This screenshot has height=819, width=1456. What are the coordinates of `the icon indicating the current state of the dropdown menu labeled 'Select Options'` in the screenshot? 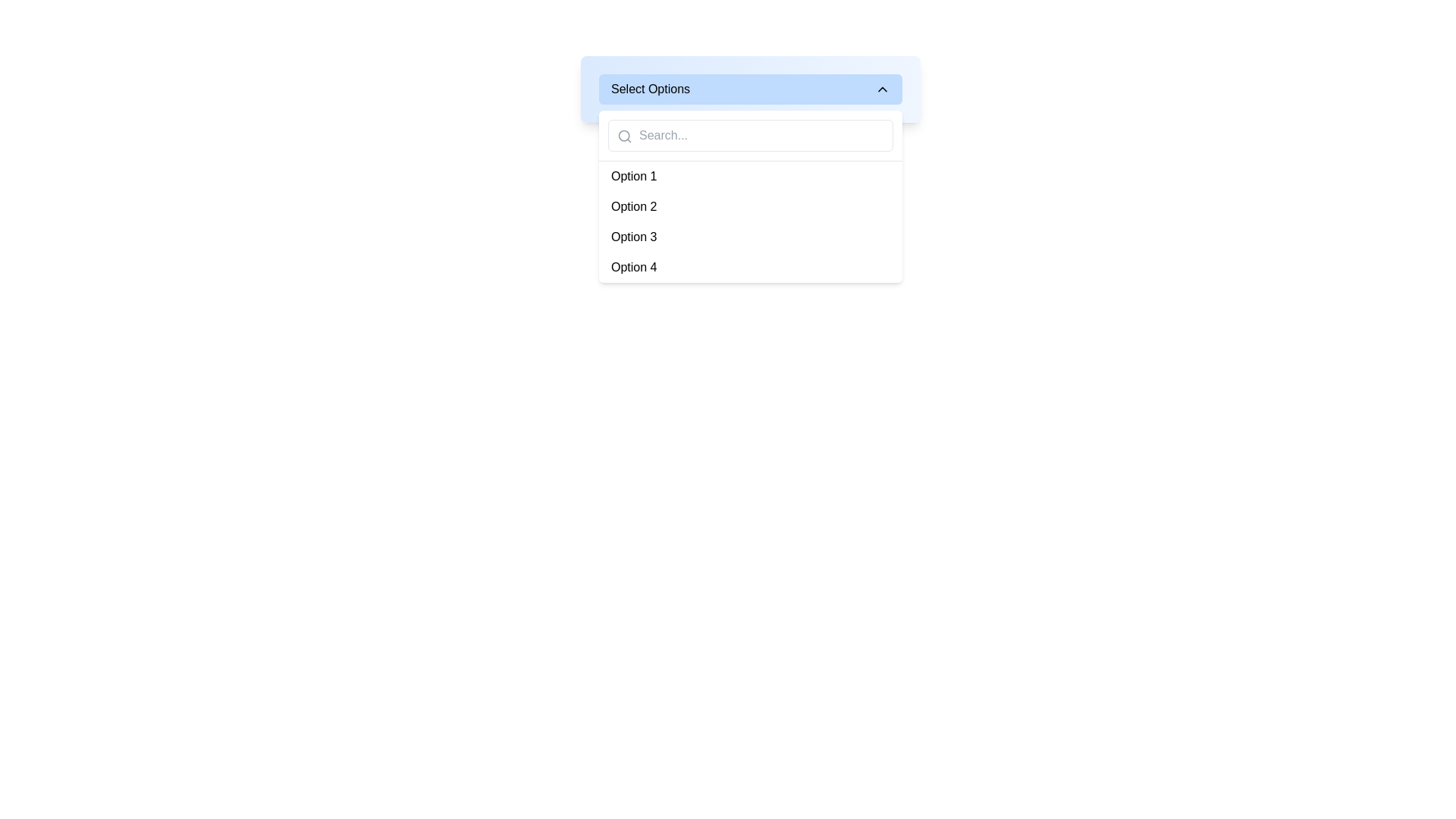 It's located at (882, 89).